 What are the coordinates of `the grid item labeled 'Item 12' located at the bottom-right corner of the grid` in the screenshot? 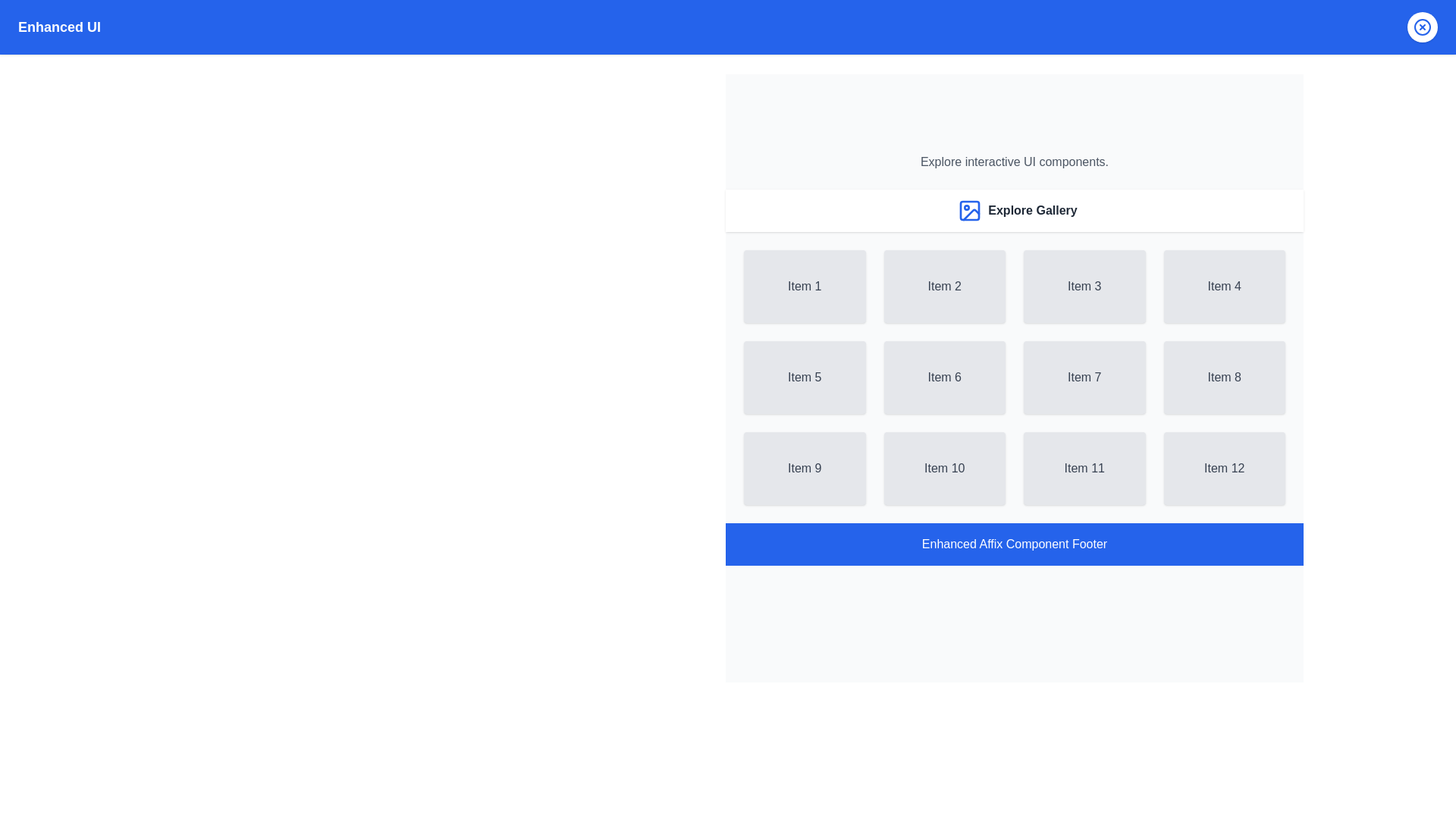 It's located at (1224, 467).